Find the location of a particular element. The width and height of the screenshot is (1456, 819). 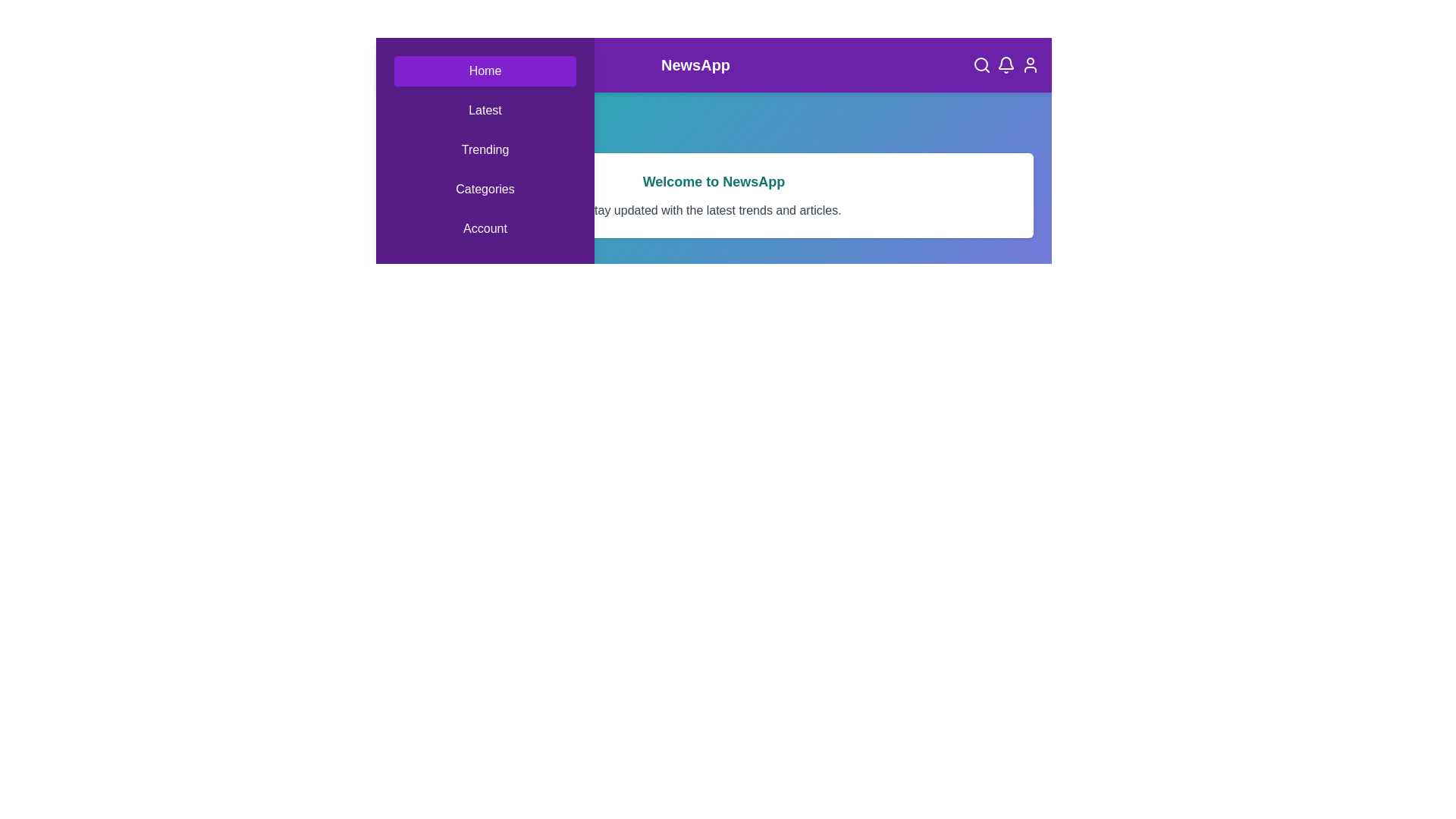

the user icon located in the top right corner of the app bar is located at coordinates (1030, 64).